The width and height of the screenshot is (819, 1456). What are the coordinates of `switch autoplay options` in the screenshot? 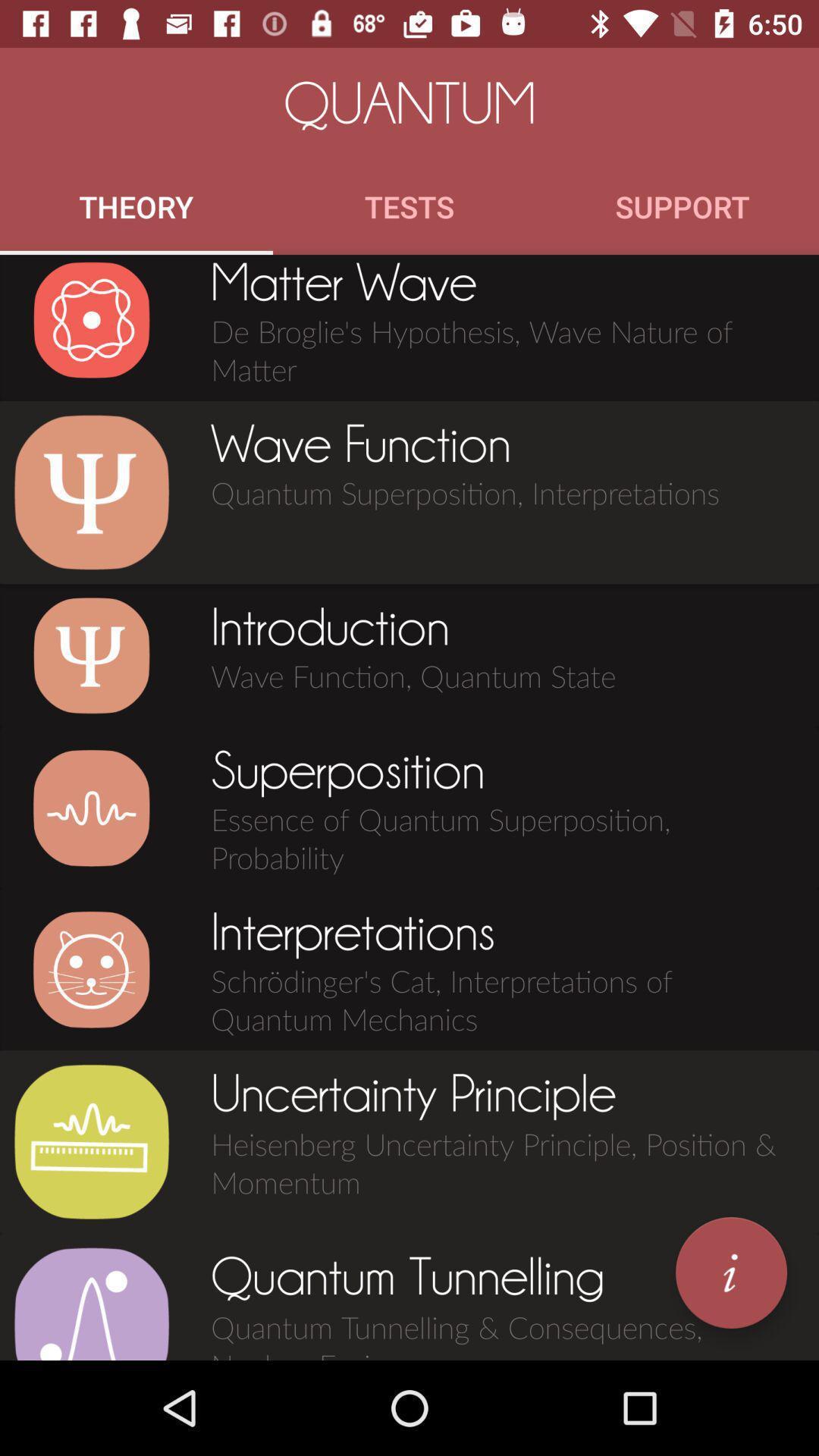 It's located at (91, 807).